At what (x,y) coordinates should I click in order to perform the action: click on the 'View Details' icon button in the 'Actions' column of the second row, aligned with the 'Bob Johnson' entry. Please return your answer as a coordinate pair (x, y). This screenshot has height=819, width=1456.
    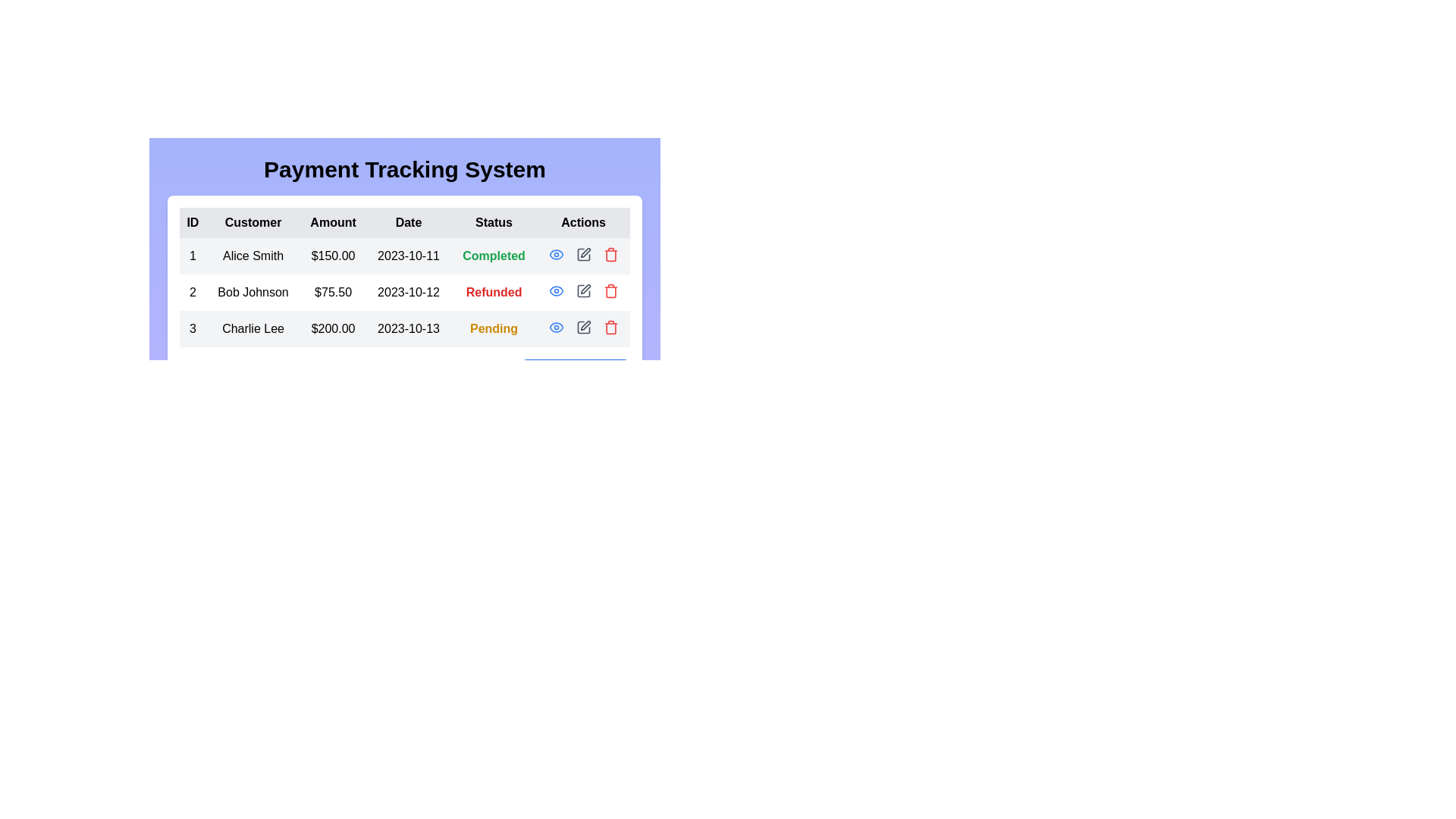
    Looking at the image, I should click on (555, 291).